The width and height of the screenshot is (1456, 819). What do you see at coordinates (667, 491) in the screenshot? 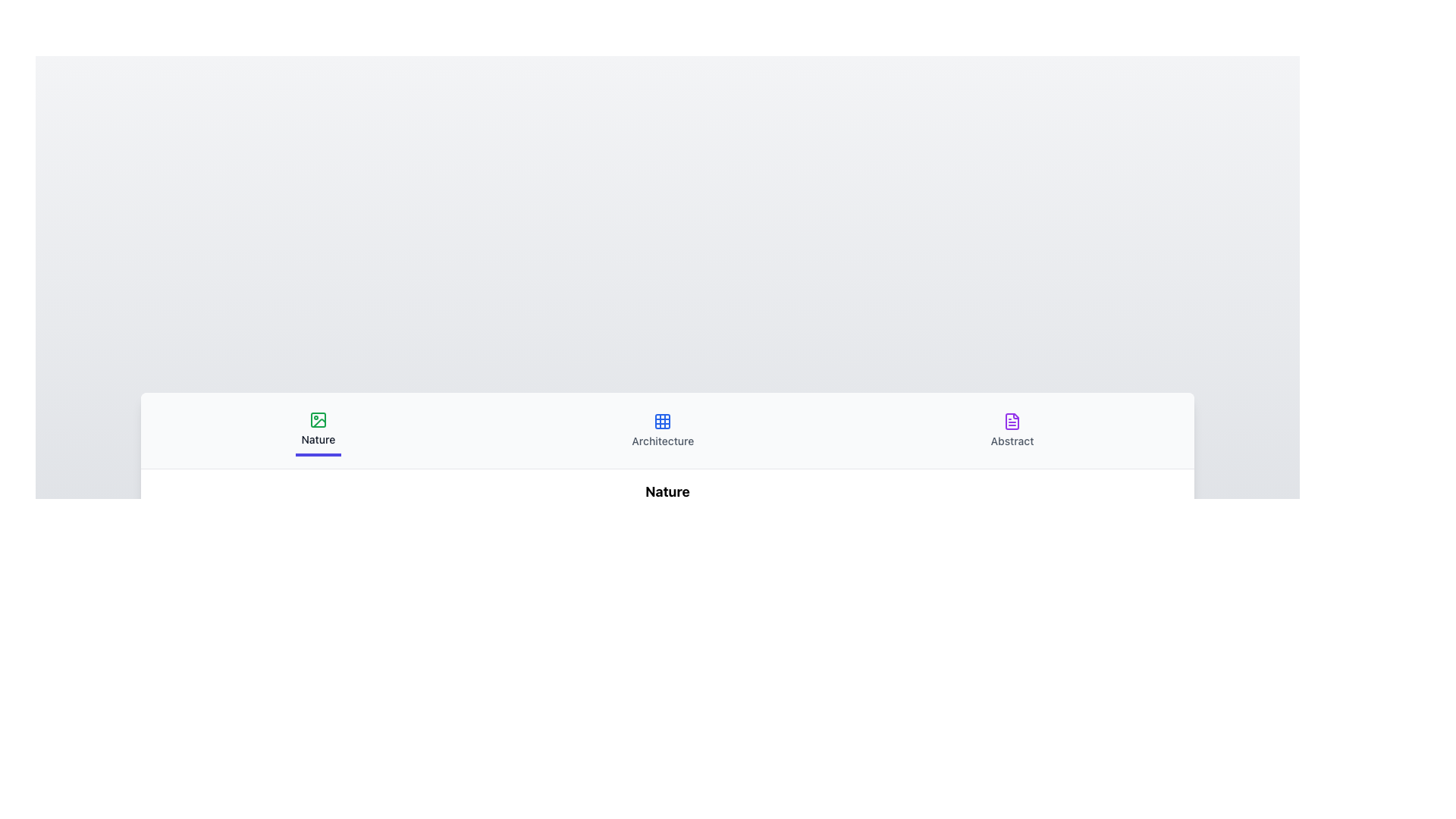
I see `the section this title belongs to` at bounding box center [667, 491].